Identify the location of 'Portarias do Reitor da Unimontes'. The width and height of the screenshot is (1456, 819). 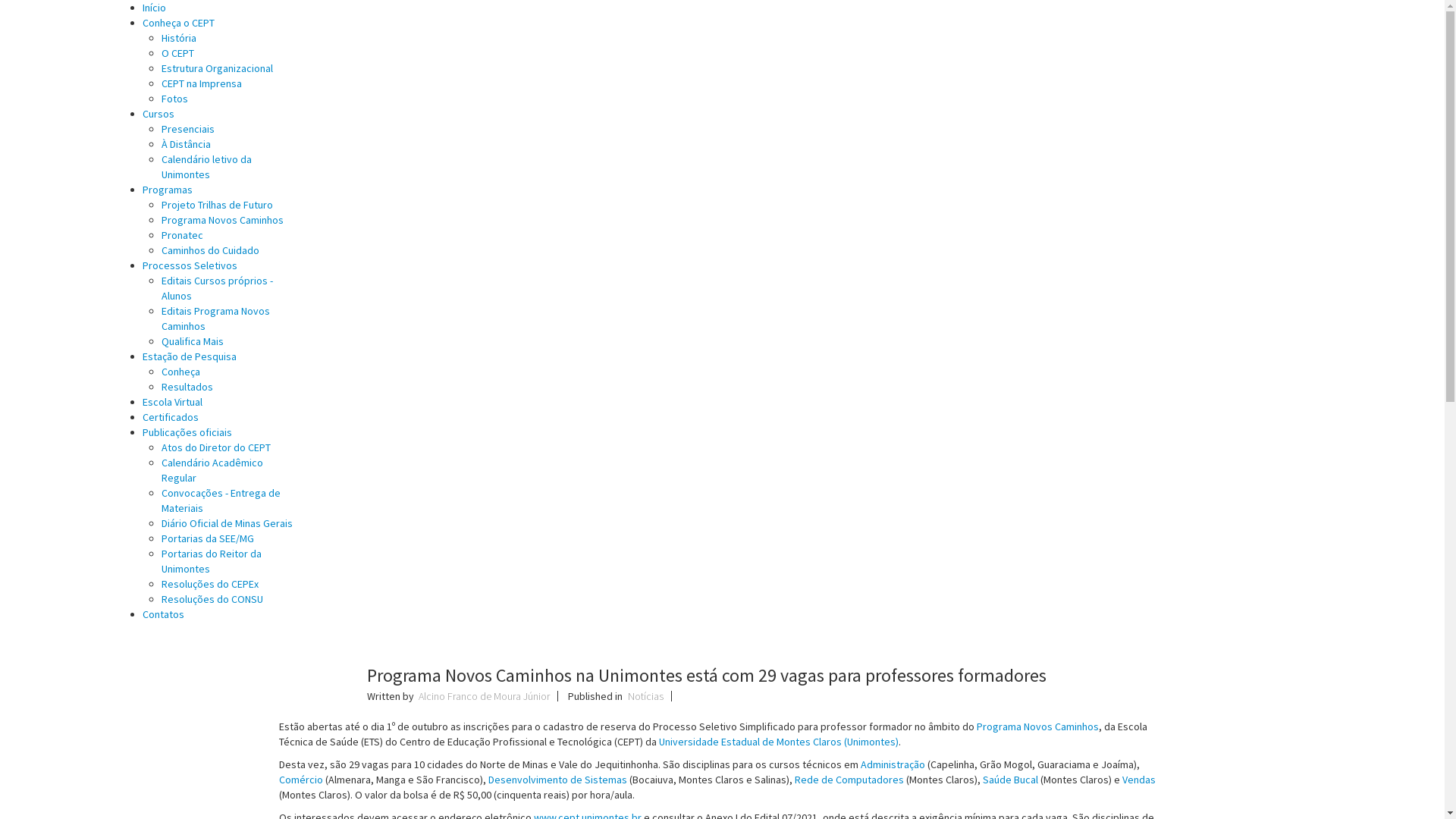
(210, 561).